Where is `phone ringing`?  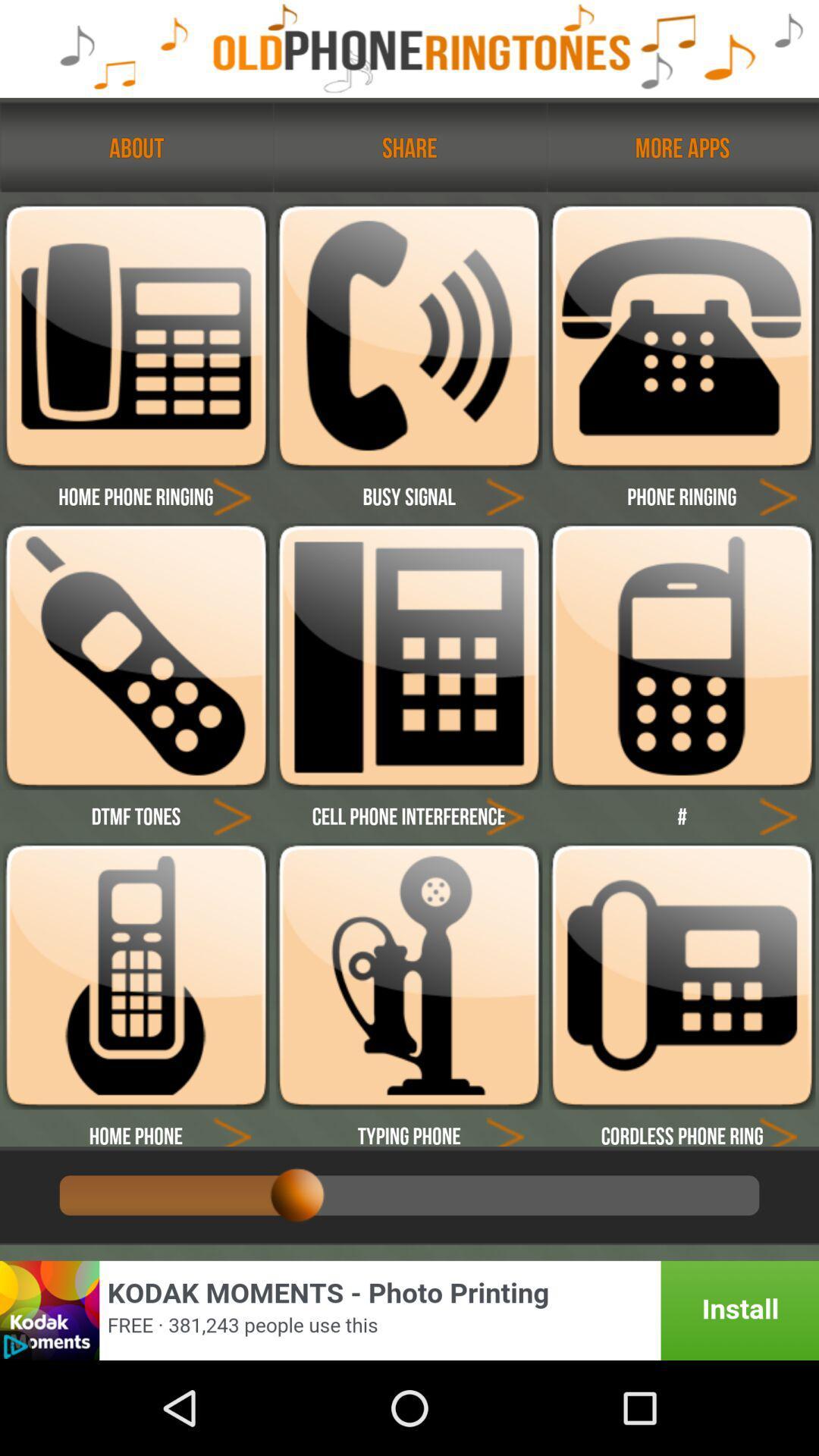
phone ringing is located at coordinates (681, 336).